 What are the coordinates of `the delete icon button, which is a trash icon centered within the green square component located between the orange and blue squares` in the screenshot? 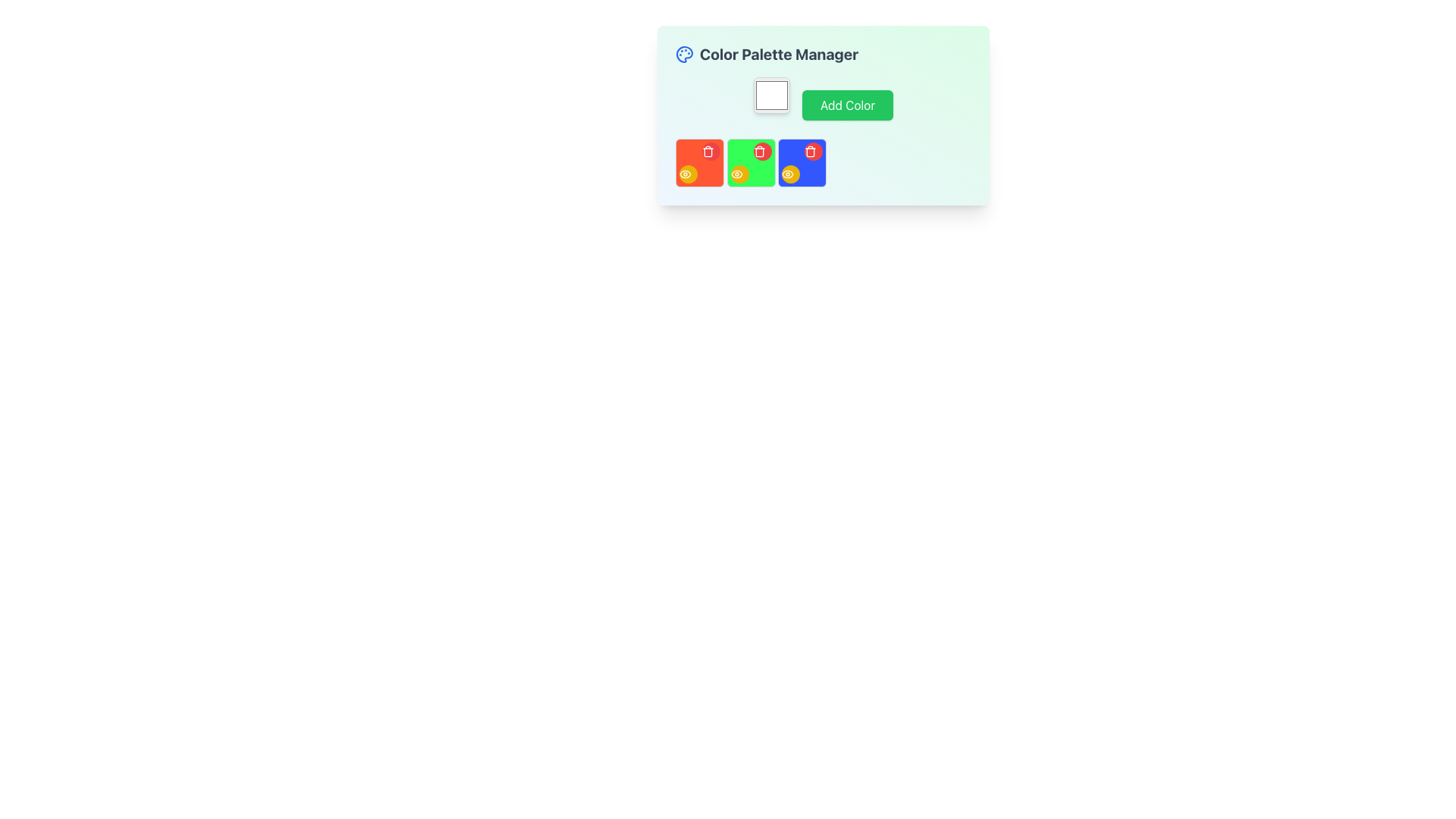 It's located at (759, 152).